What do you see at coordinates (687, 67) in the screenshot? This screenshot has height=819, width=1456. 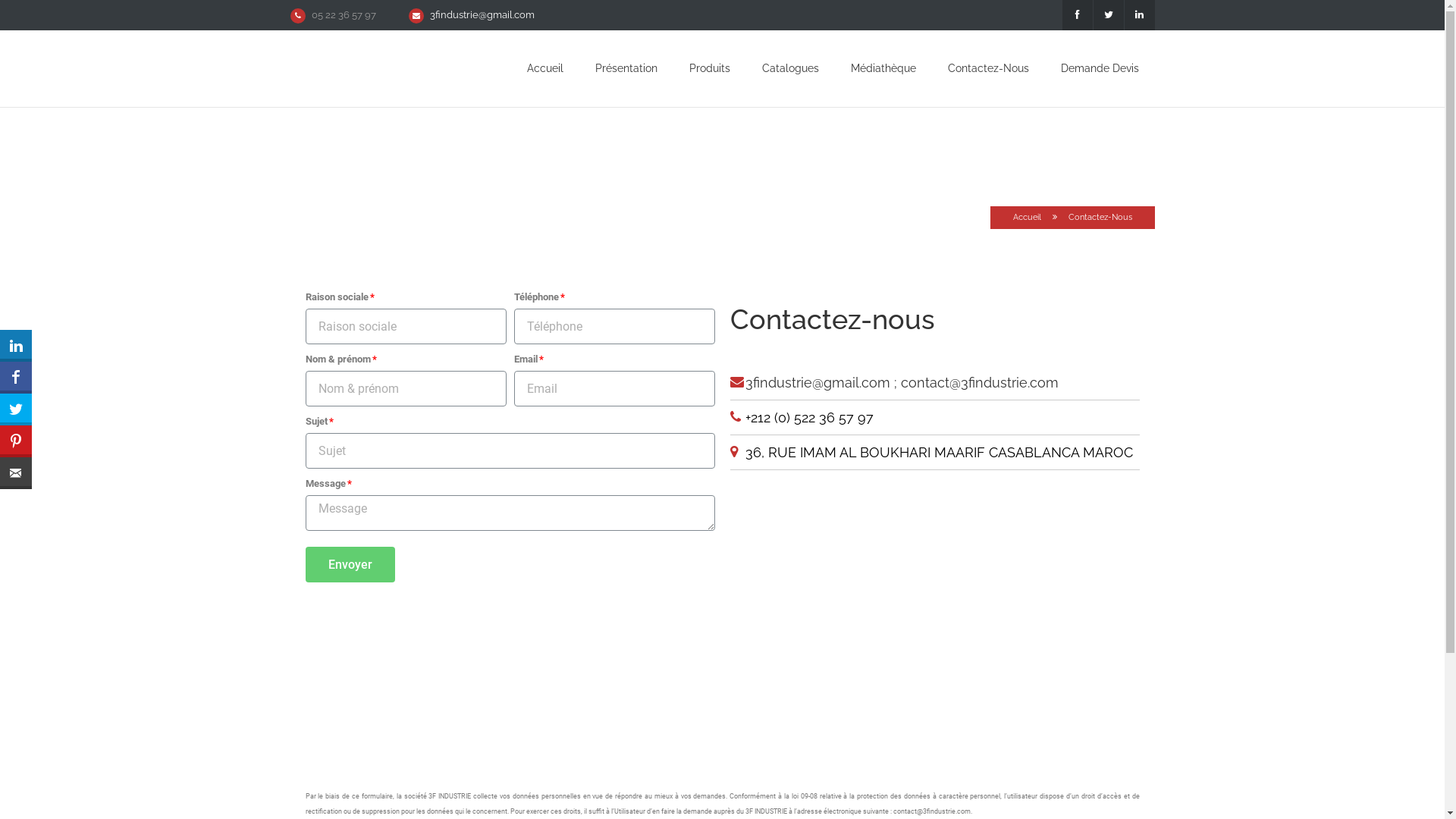 I see `'Produits'` at bounding box center [687, 67].